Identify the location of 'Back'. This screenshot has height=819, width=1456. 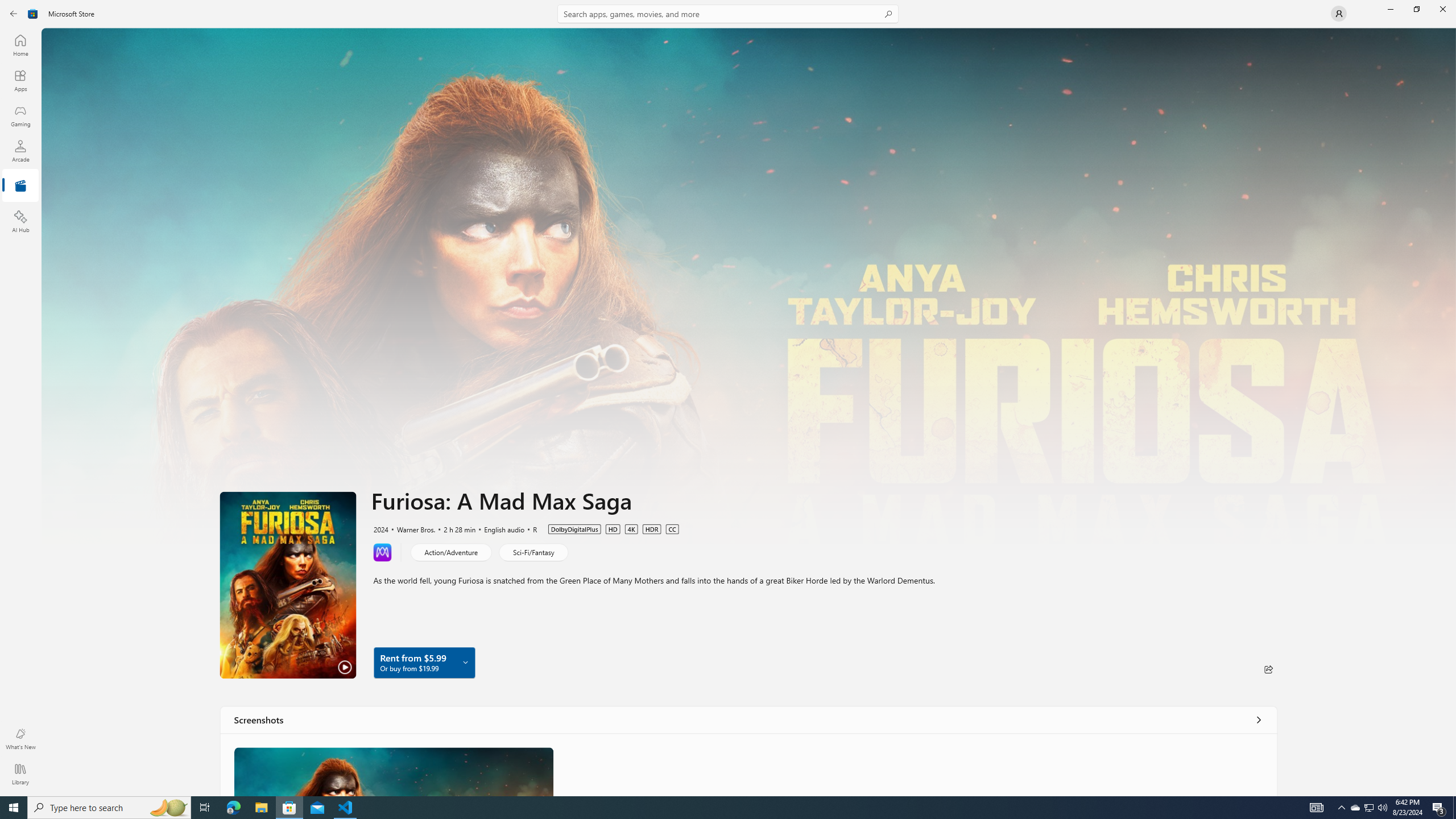
(14, 13).